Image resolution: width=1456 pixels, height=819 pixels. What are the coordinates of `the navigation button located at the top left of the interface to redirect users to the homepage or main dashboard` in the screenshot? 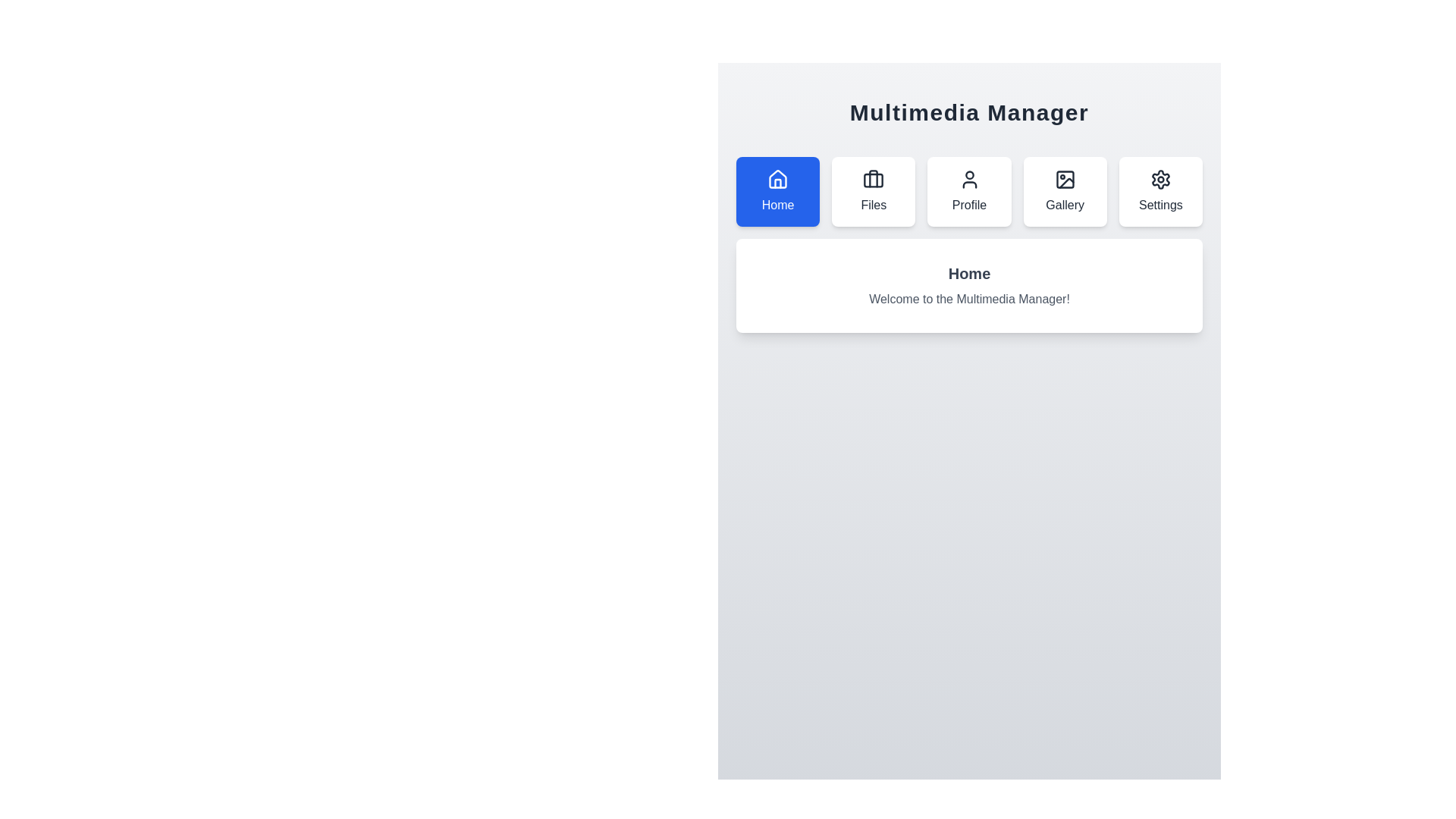 It's located at (778, 191).